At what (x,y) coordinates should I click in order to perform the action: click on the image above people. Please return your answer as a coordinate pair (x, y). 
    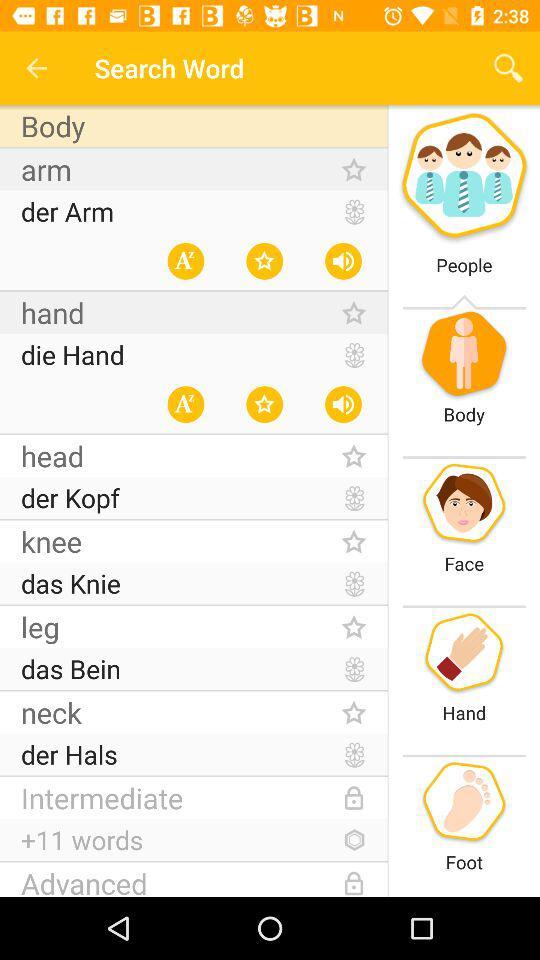
    Looking at the image, I should click on (464, 178).